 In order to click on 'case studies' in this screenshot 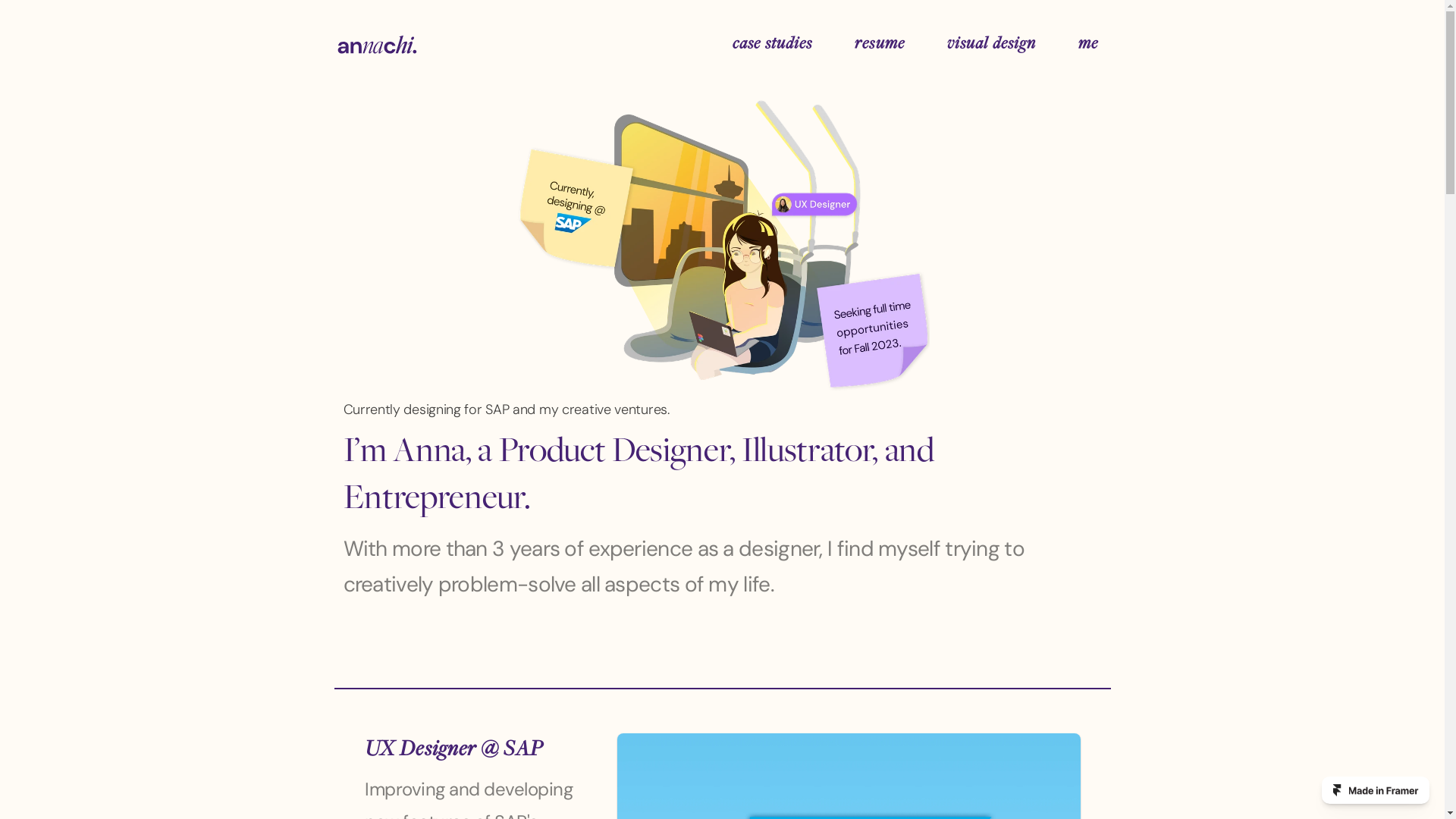, I will do `click(723, 43)`.